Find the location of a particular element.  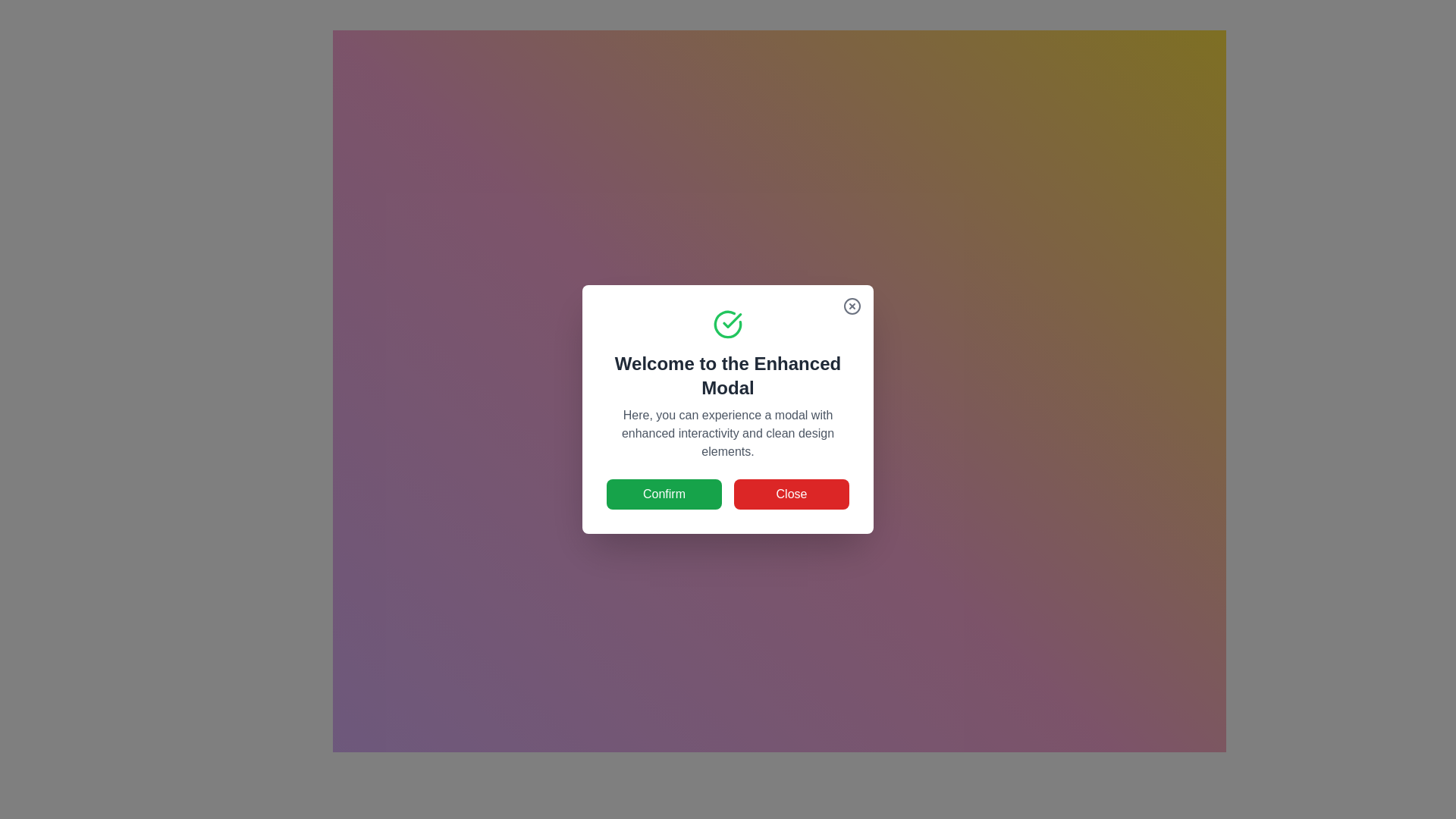

the success icon located at the top of the modal dialog box, centered above the title text 'Welcome to the Enhanced Modal', to visually confirm the positive message is located at coordinates (728, 324).